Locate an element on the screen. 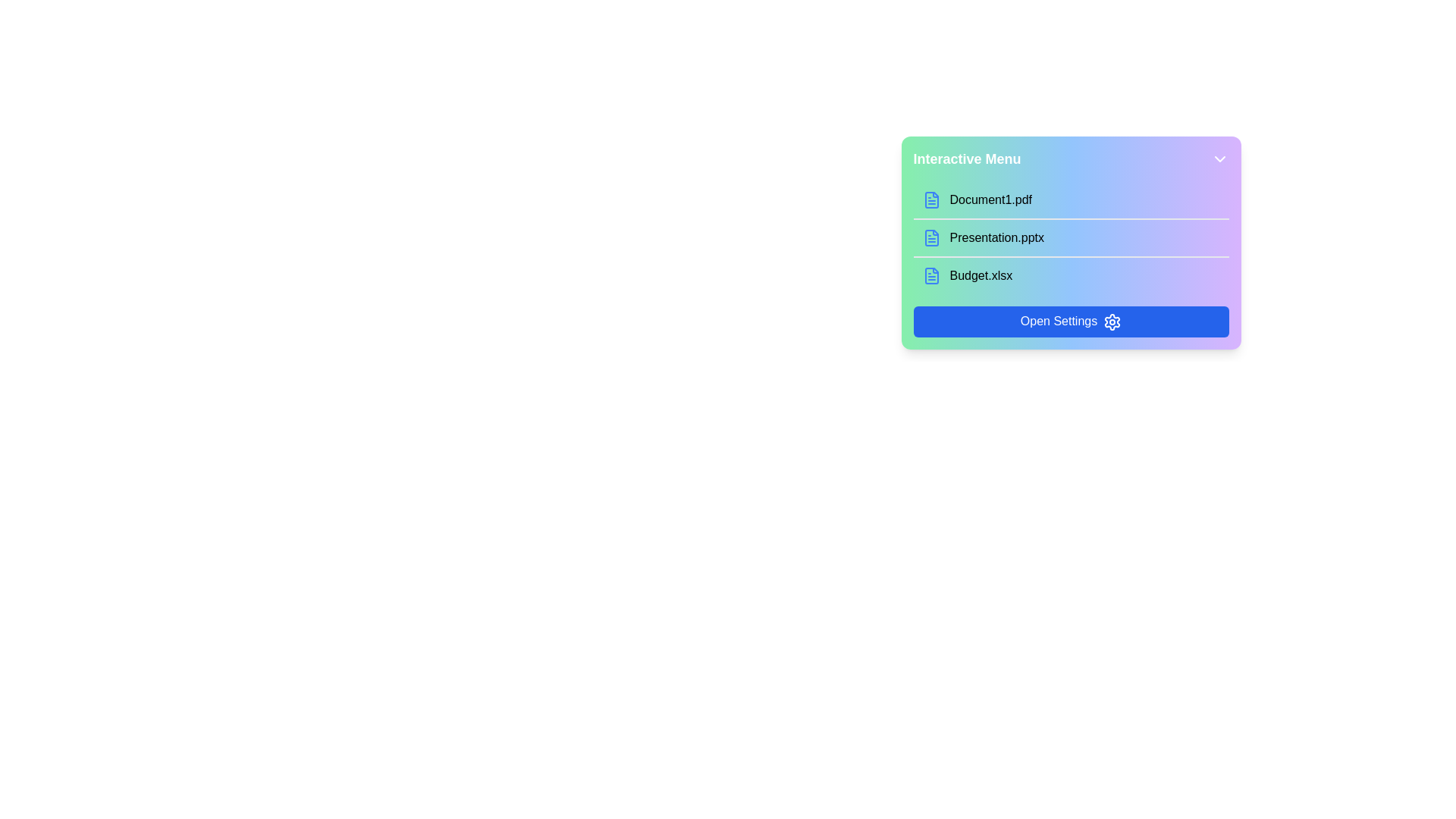  the list item displaying the file name 'Budget.xlsx', which is the last item in the vertical list of files is located at coordinates (1070, 275).